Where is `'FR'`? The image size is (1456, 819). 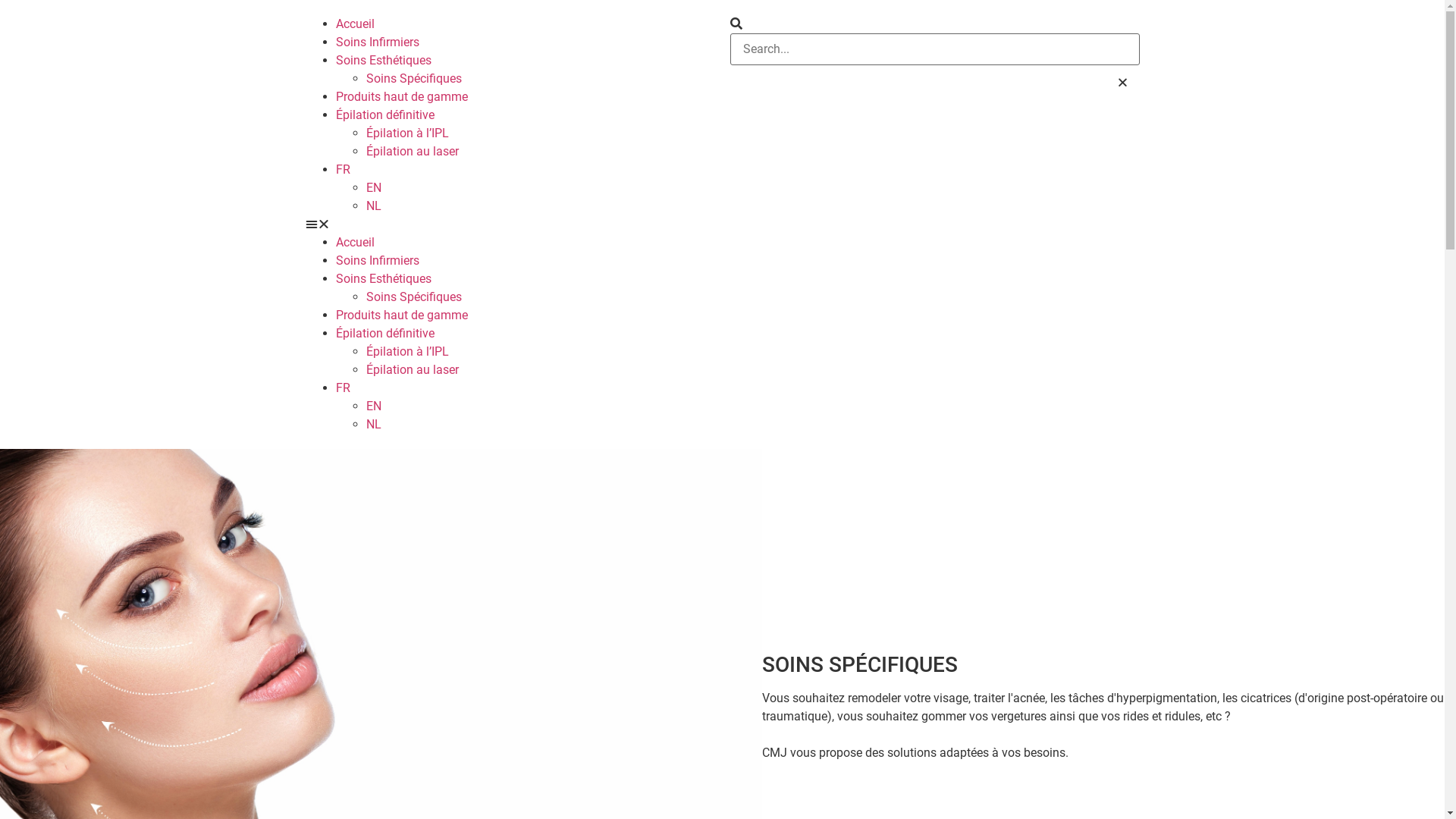 'FR' is located at coordinates (341, 169).